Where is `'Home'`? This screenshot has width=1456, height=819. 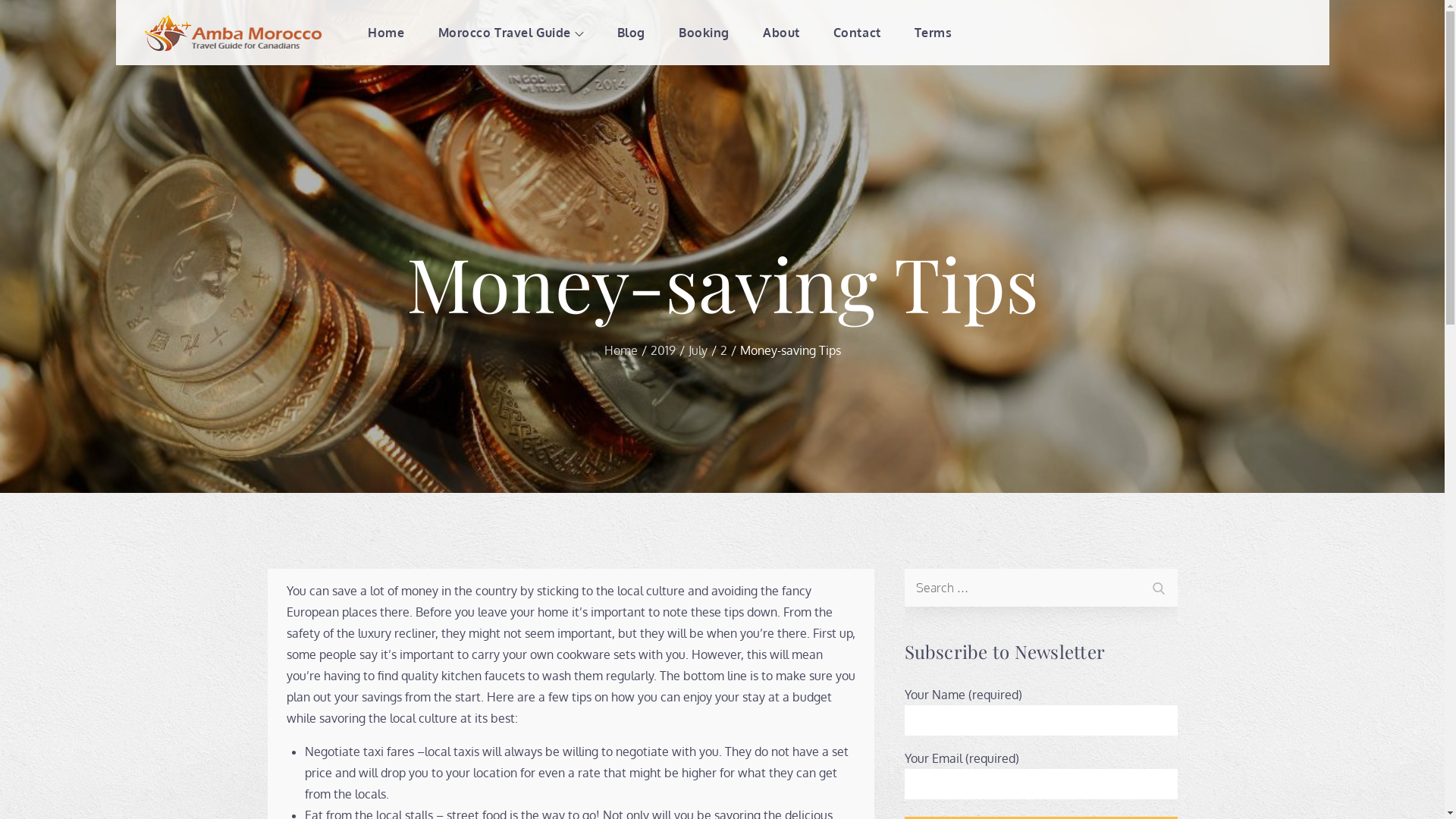
'Home' is located at coordinates (620, 350).